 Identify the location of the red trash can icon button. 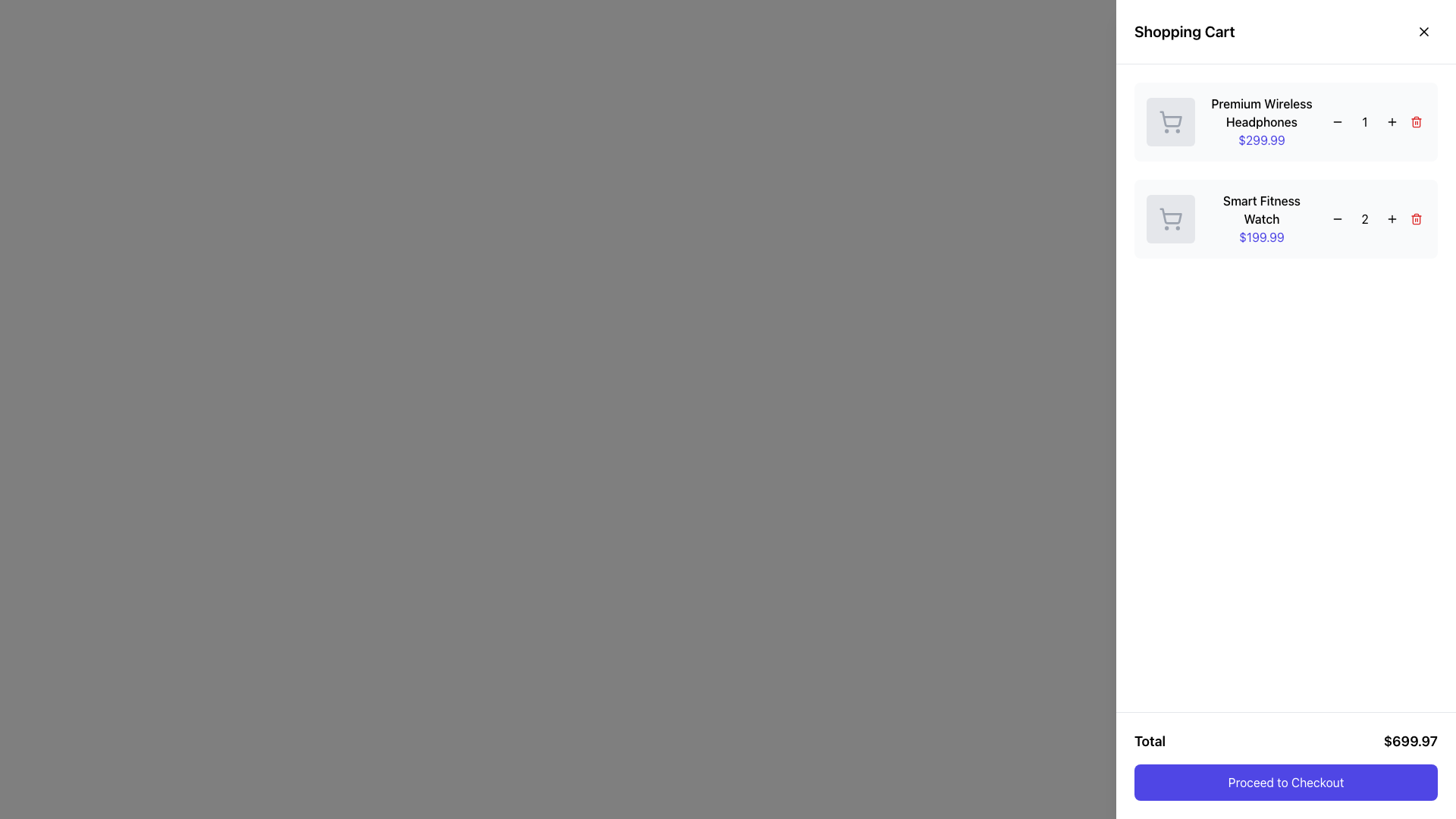
(1415, 219).